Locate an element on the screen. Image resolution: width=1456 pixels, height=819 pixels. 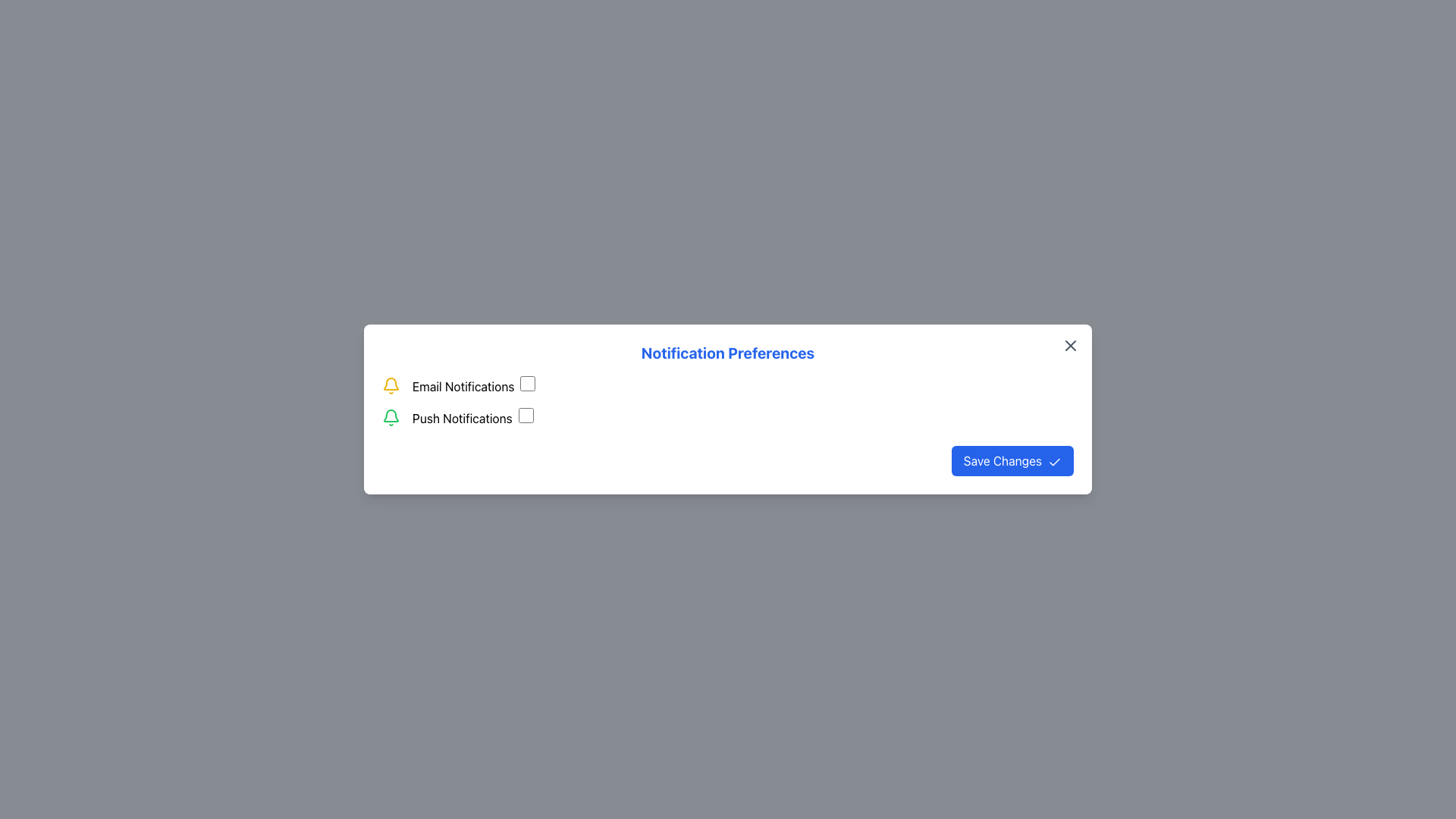
the checkmark icon located on the blue 'Save Changes' button in the lower-right corner of the modal dialog is located at coordinates (1054, 461).